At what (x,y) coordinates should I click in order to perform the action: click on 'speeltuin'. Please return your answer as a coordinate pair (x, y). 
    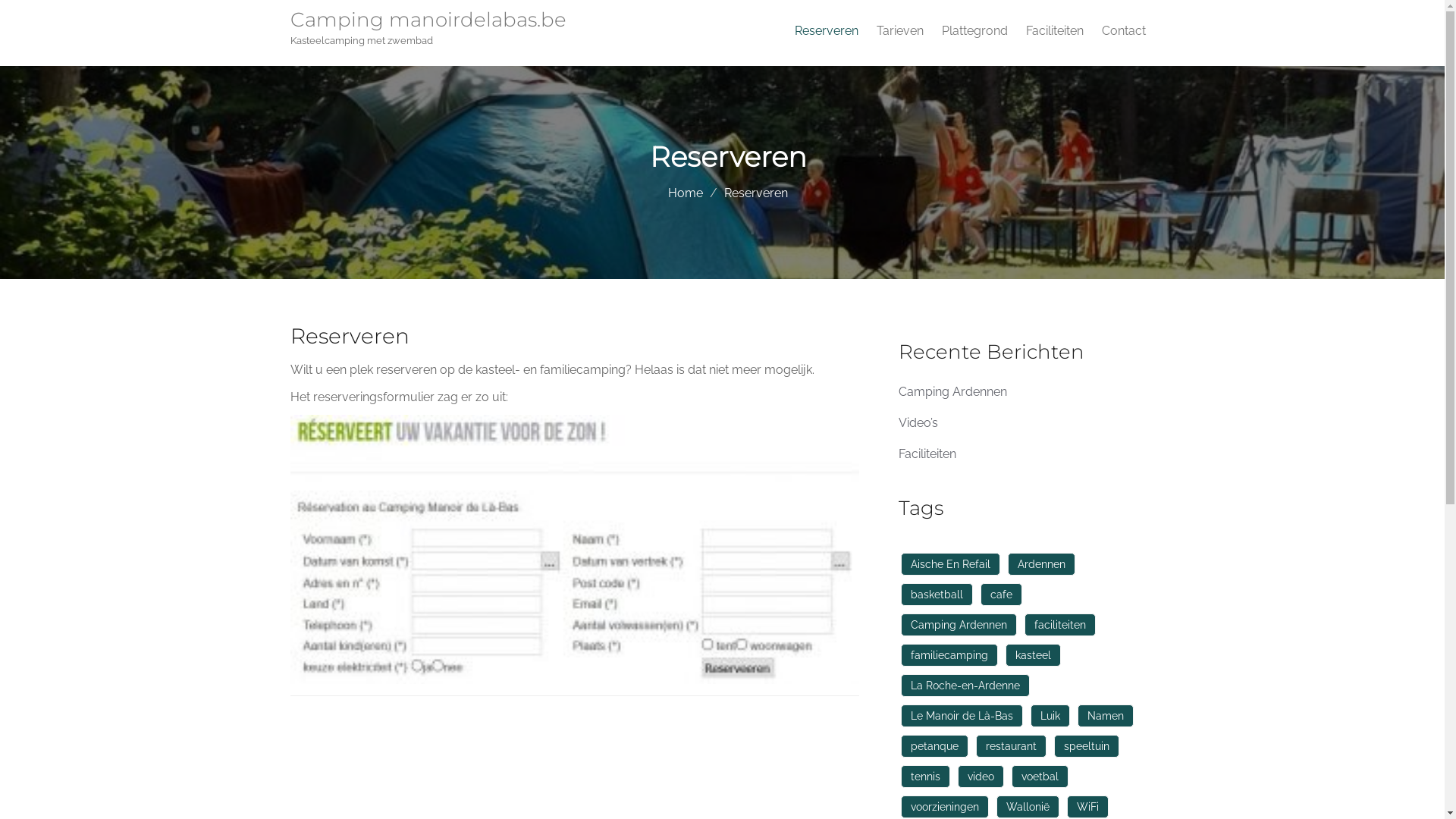
    Looking at the image, I should click on (1086, 745).